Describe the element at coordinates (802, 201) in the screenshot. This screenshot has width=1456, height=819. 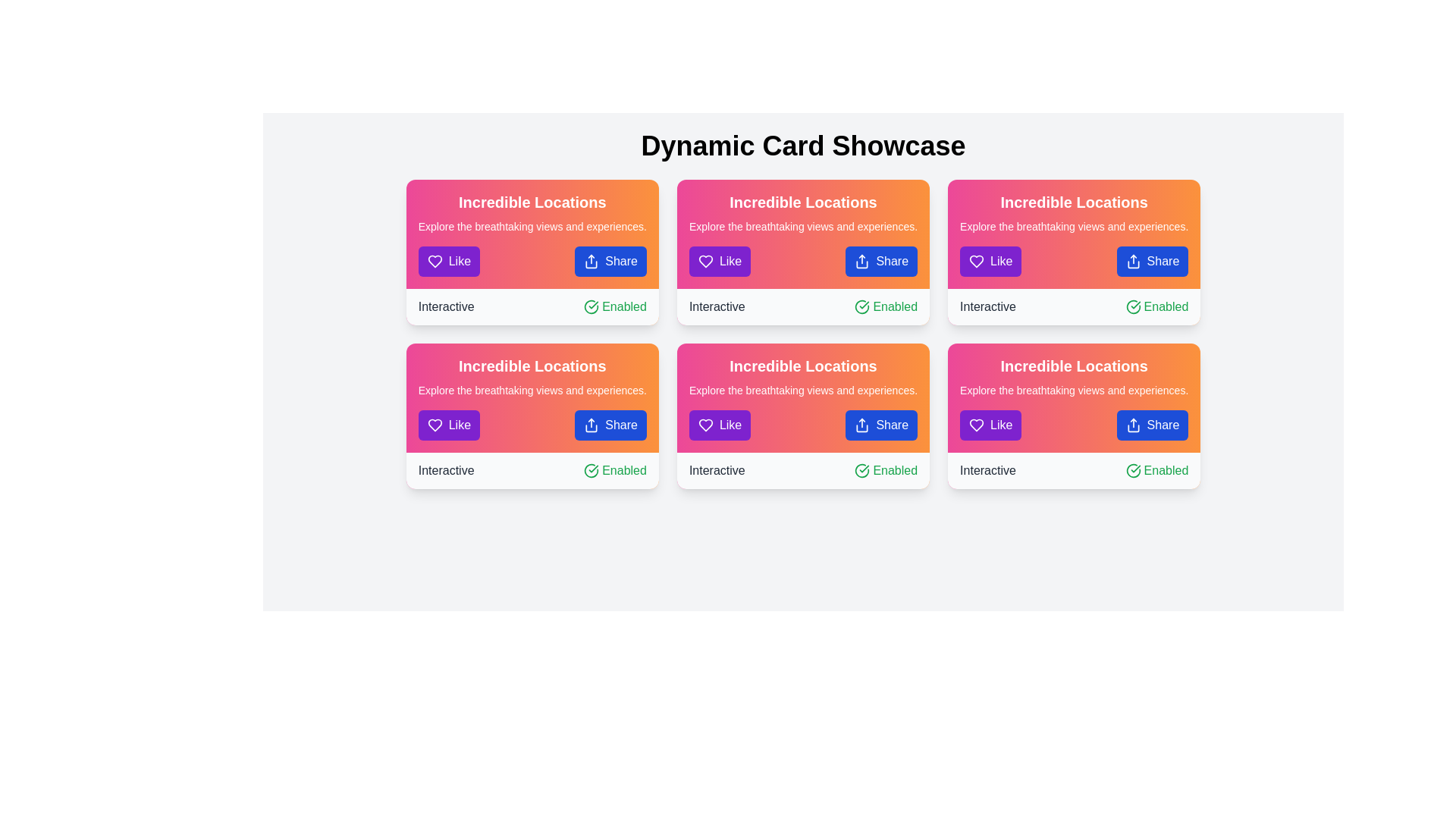
I see `the title text element located at the top section of the card, which summarizes the card's content and is centrally aligned above the descriptive text` at that location.